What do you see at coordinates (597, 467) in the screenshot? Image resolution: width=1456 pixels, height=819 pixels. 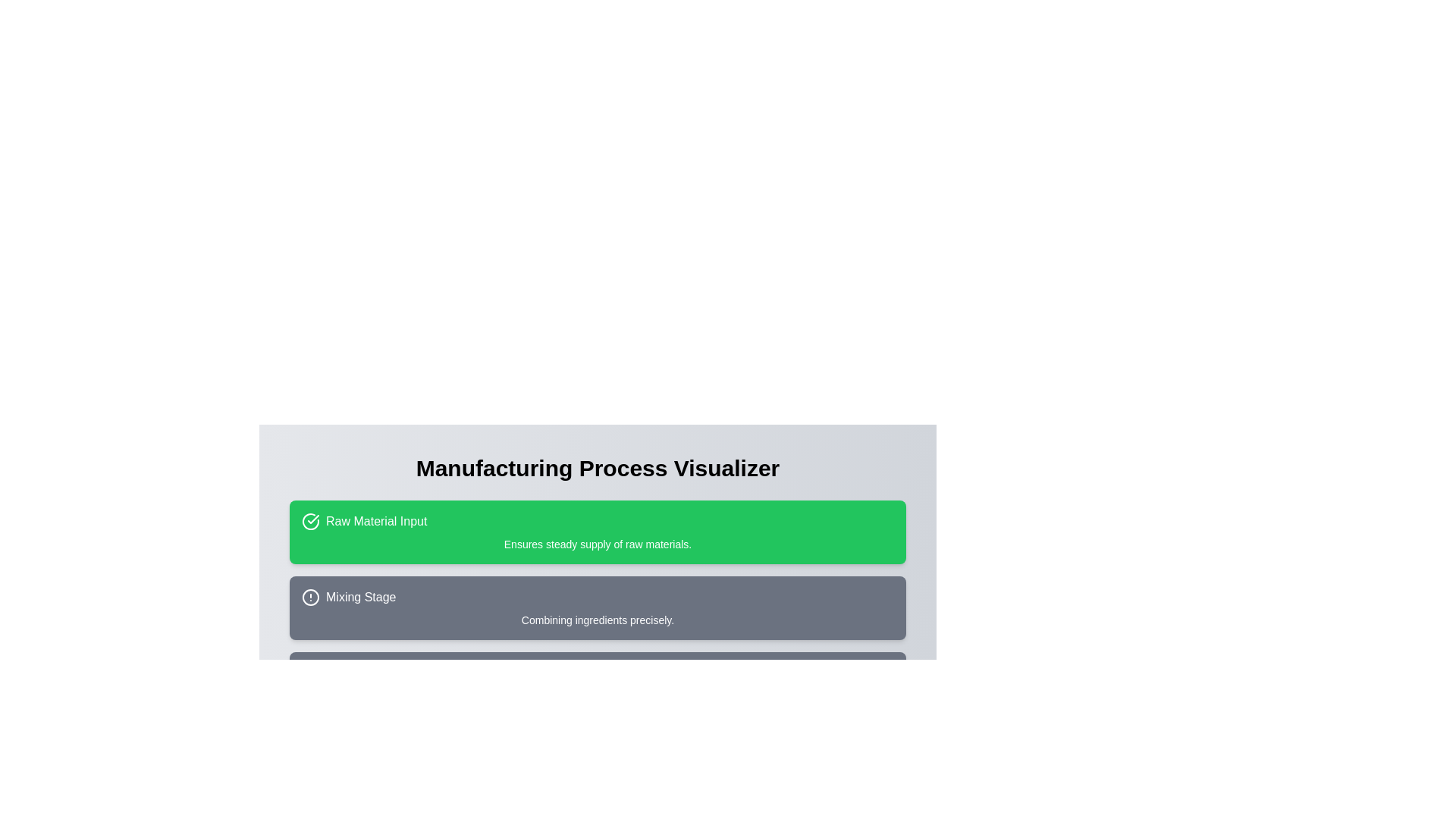 I see `header text element styled as 'Manufacturing Process Visualizer', which is prominently displayed at the top of the content area` at bounding box center [597, 467].